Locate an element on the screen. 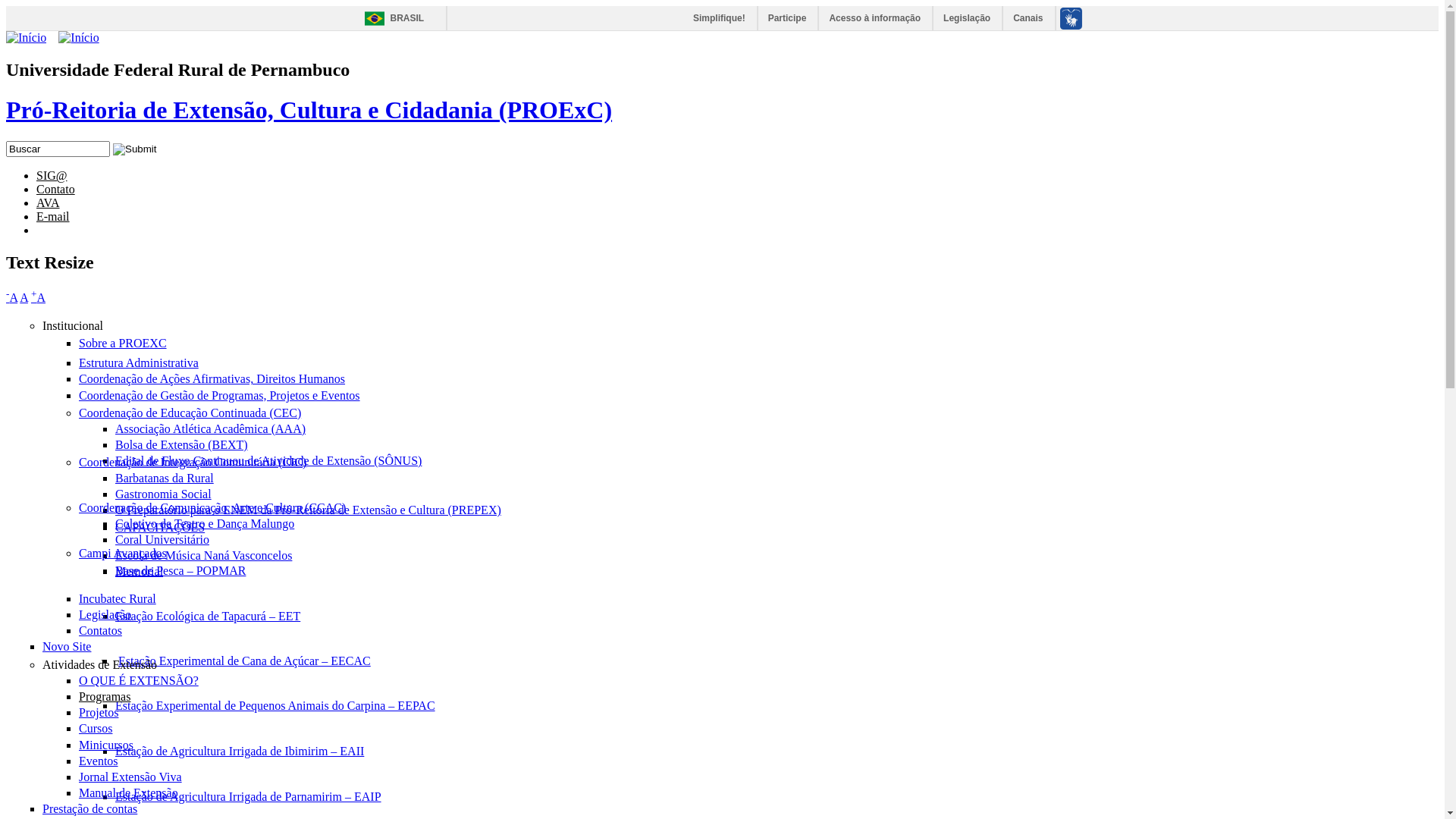 The width and height of the screenshot is (1456, 819). 'AVA' is located at coordinates (48, 202).